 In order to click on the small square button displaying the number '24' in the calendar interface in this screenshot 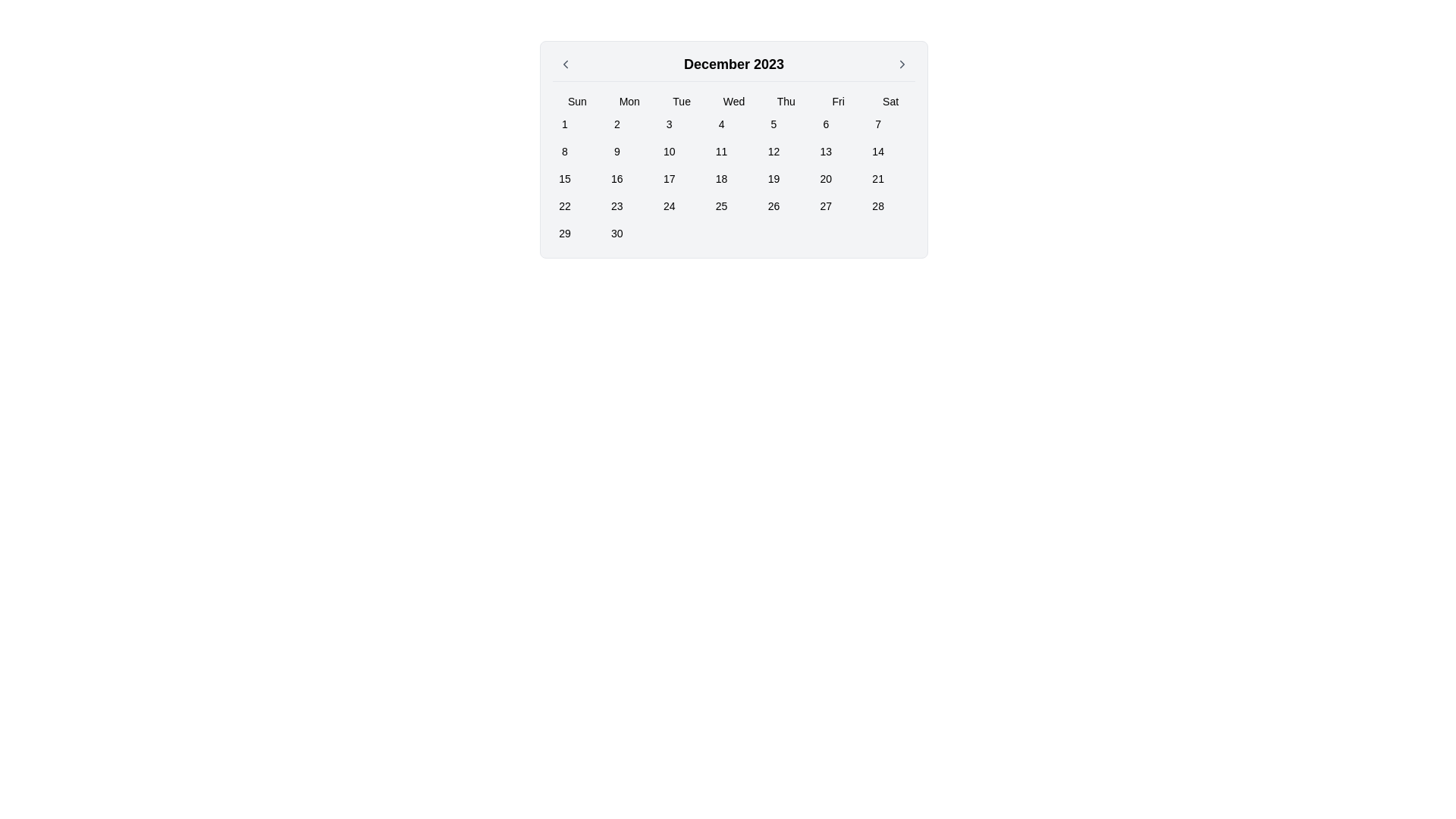, I will do `click(668, 206)`.